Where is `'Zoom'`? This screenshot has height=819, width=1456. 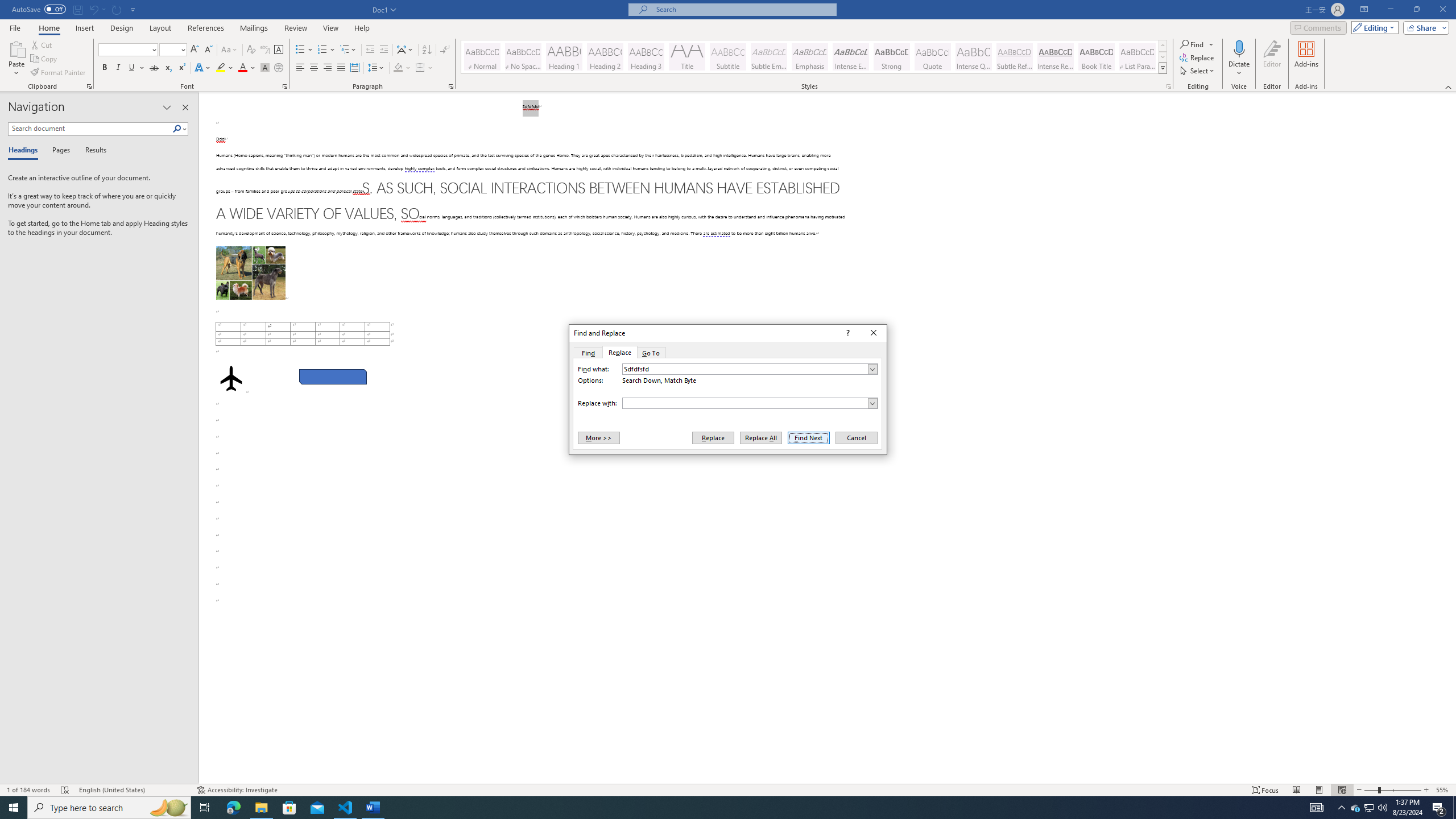 'Zoom' is located at coordinates (1392, 790).